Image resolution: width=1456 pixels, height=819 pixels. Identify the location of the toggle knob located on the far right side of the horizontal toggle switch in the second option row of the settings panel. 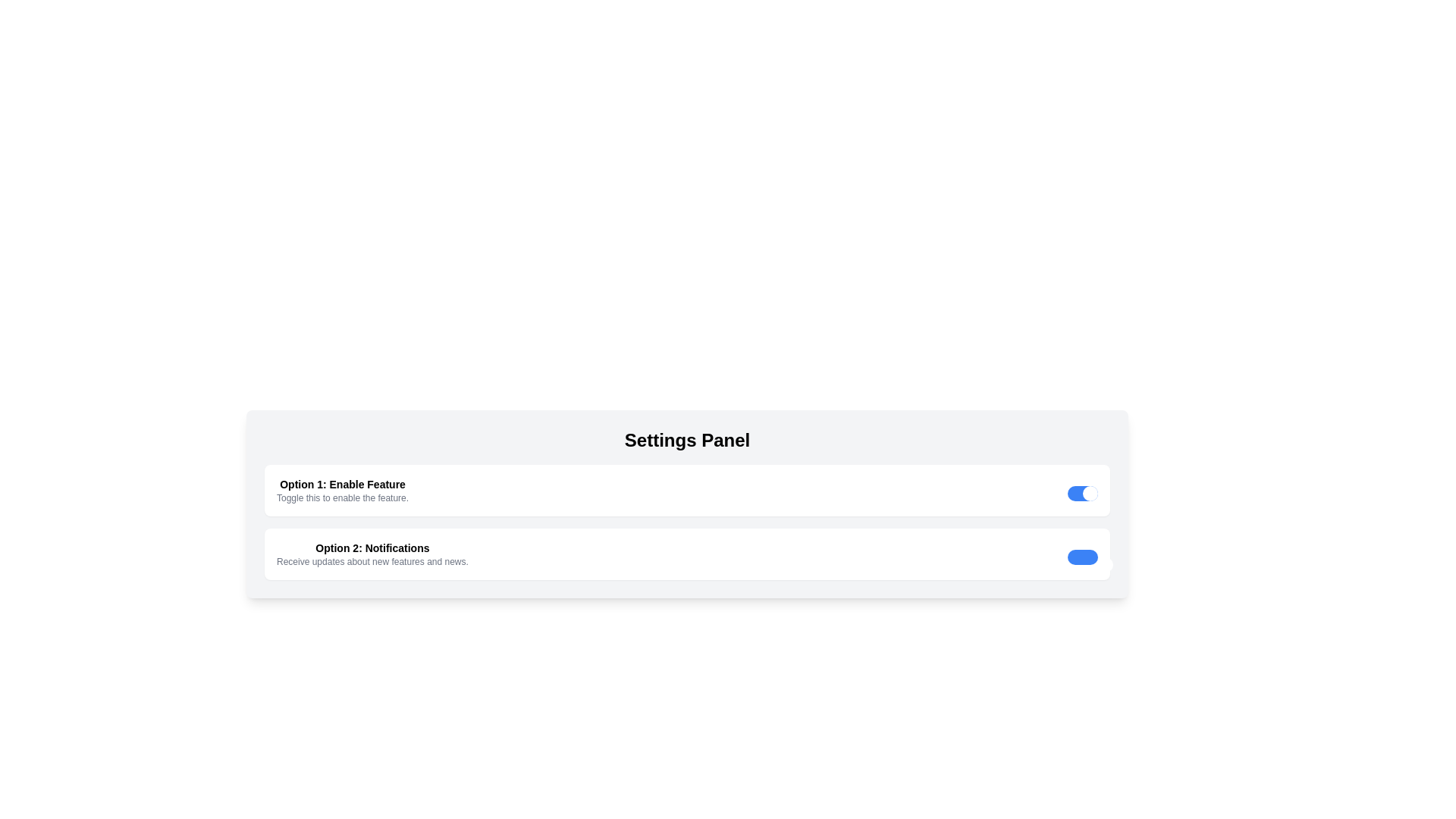
(1106, 564).